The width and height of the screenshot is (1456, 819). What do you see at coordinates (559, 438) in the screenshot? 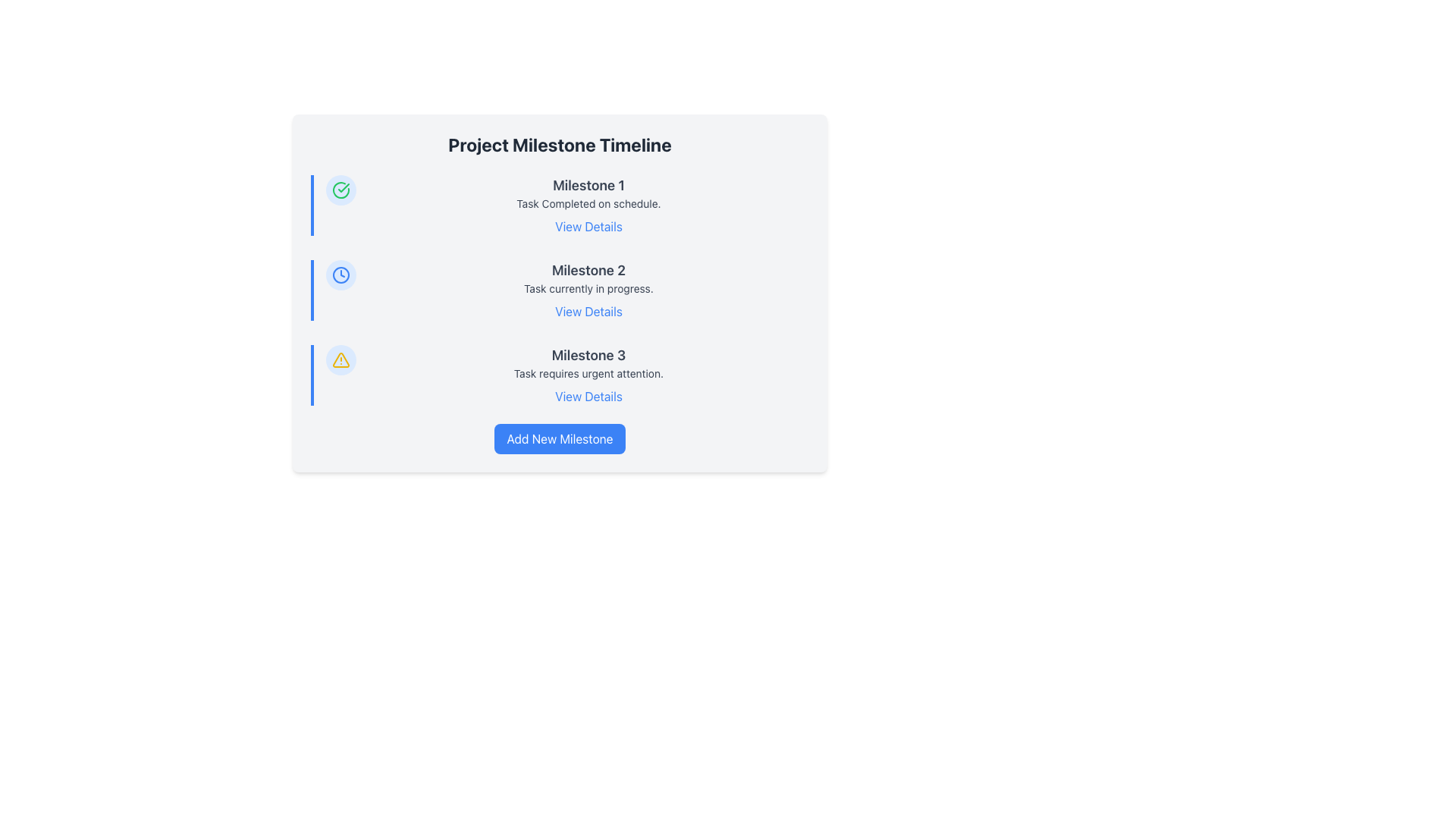
I see `the rectangular button with a blue background and white text that reads 'Add New Milestone' located at the bottom center of the 'Project Milestone Timeline' card to change its background shade` at bounding box center [559, 438].